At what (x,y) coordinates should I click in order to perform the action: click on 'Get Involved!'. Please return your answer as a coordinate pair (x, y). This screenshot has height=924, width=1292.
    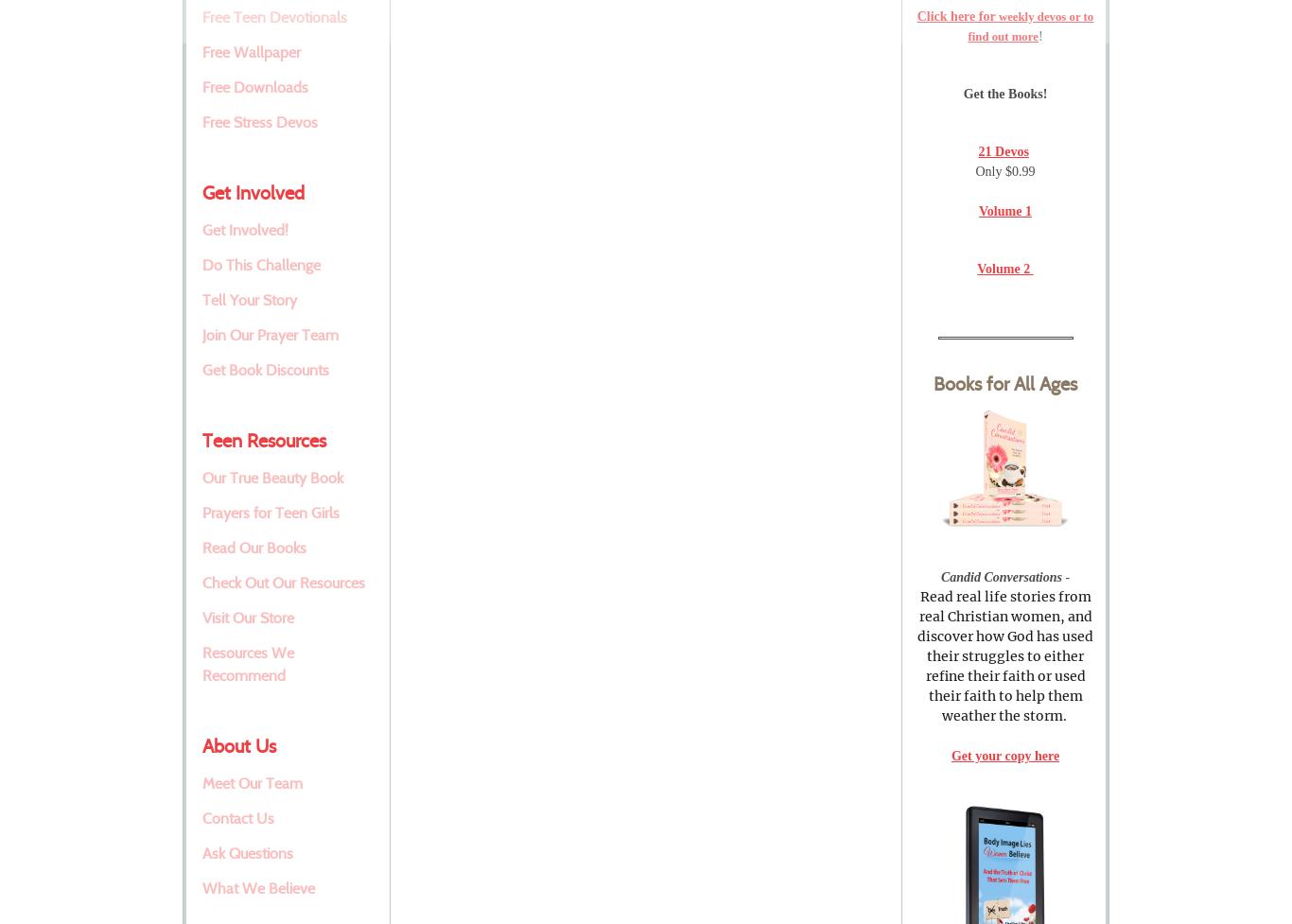
    Looking at the image, I should click on (245, 229).